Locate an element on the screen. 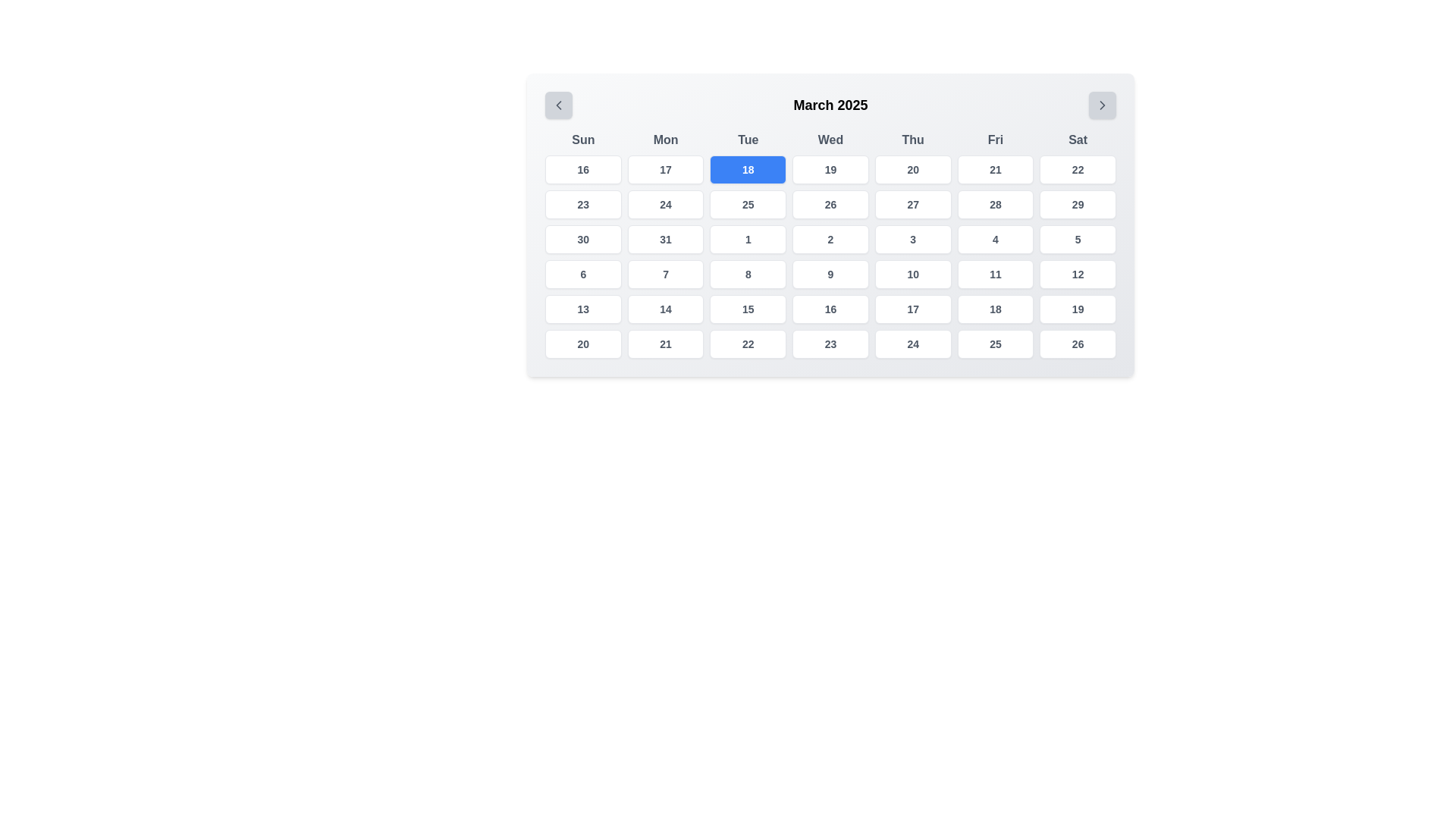 This screenshot has width=1456, height=819. the date cell representing the date 20 in the calendar grid under the column labeled 'Sun' is located at coordinates (582, 344).